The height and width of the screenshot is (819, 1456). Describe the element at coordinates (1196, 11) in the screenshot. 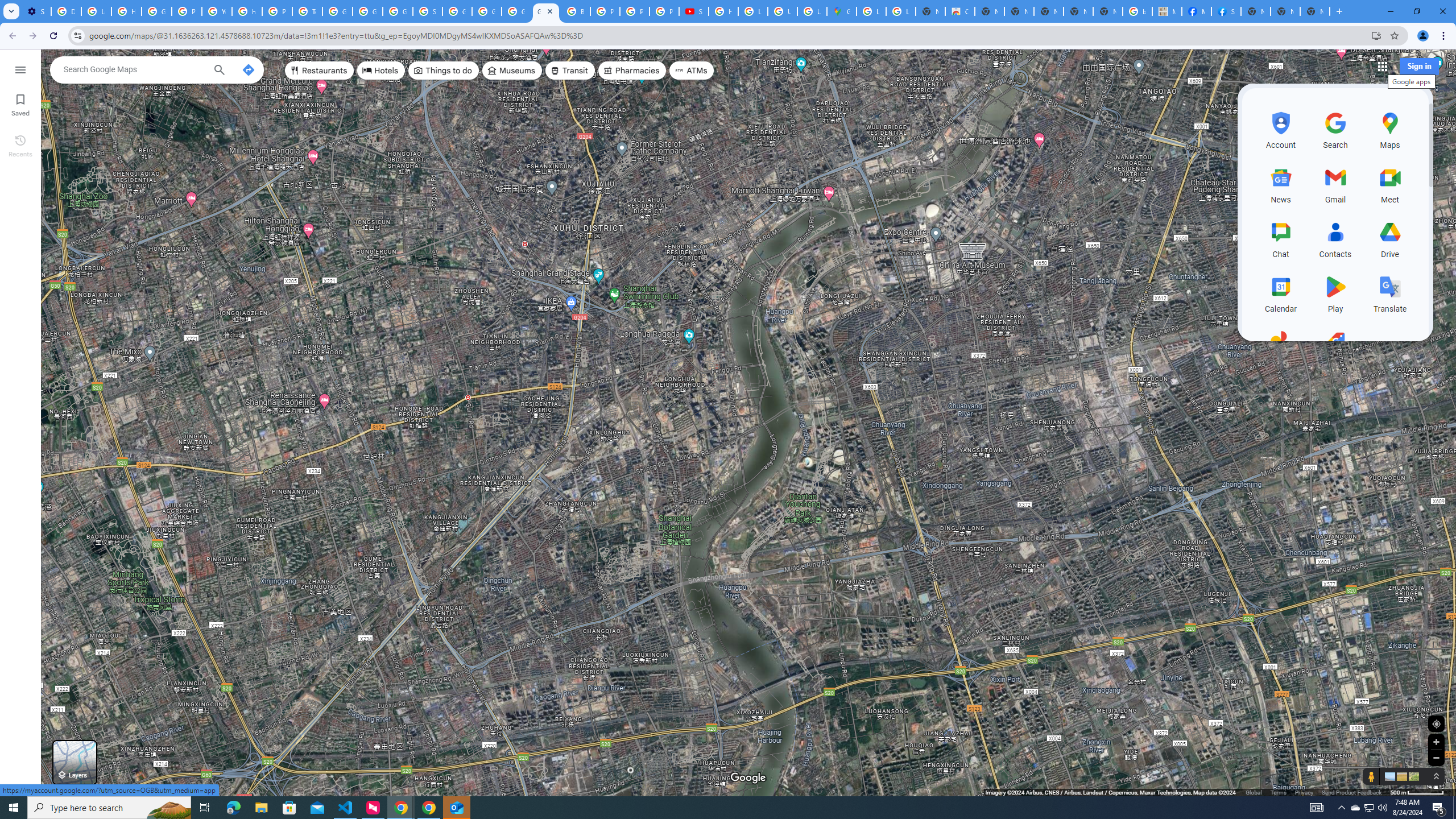

I see `'Miley Cyrus | Facebook'` at that location.